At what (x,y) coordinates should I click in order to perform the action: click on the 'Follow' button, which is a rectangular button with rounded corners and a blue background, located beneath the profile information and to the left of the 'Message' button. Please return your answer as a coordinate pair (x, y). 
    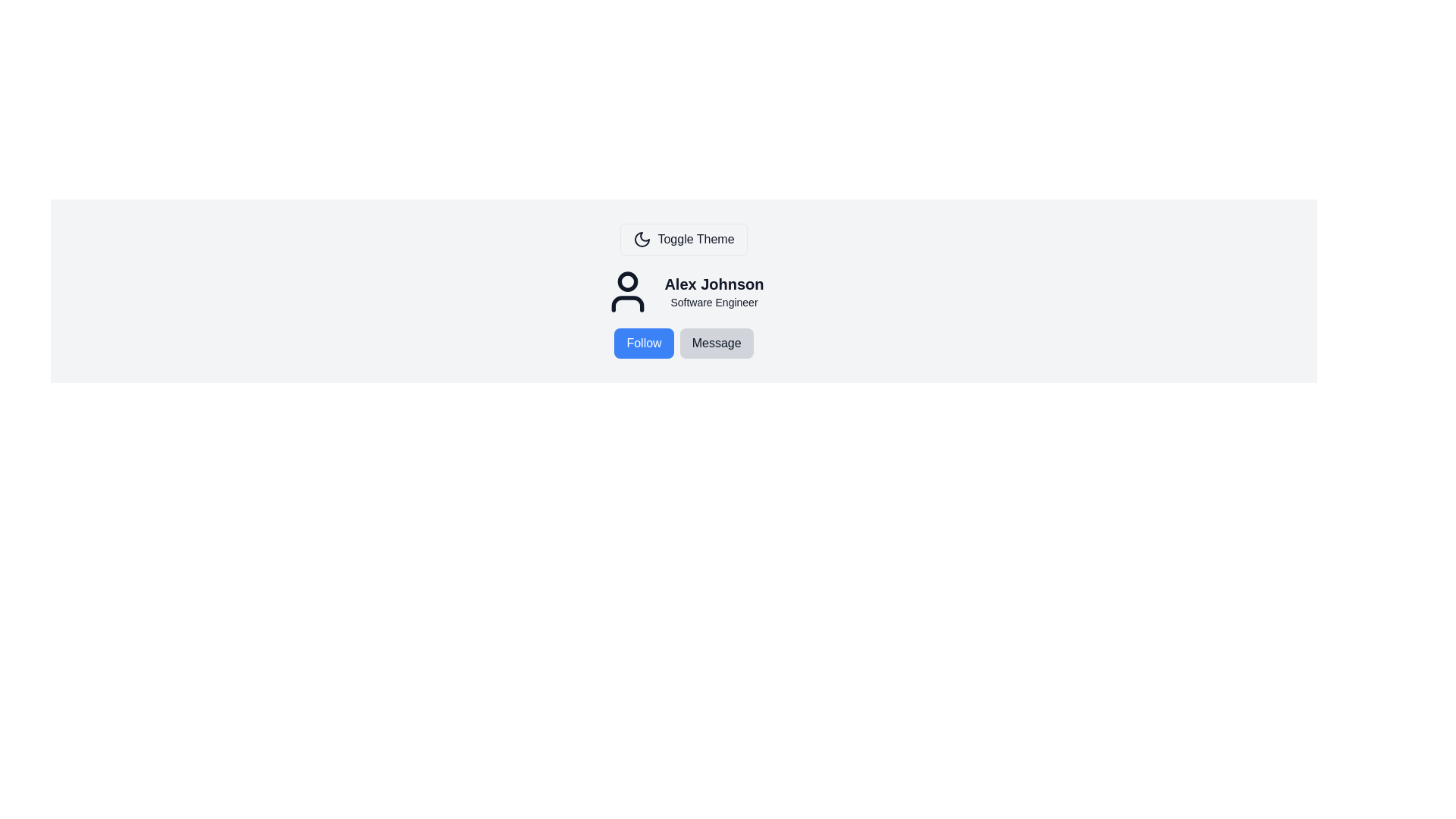
    Looking at the image, I should click on (644, 343).